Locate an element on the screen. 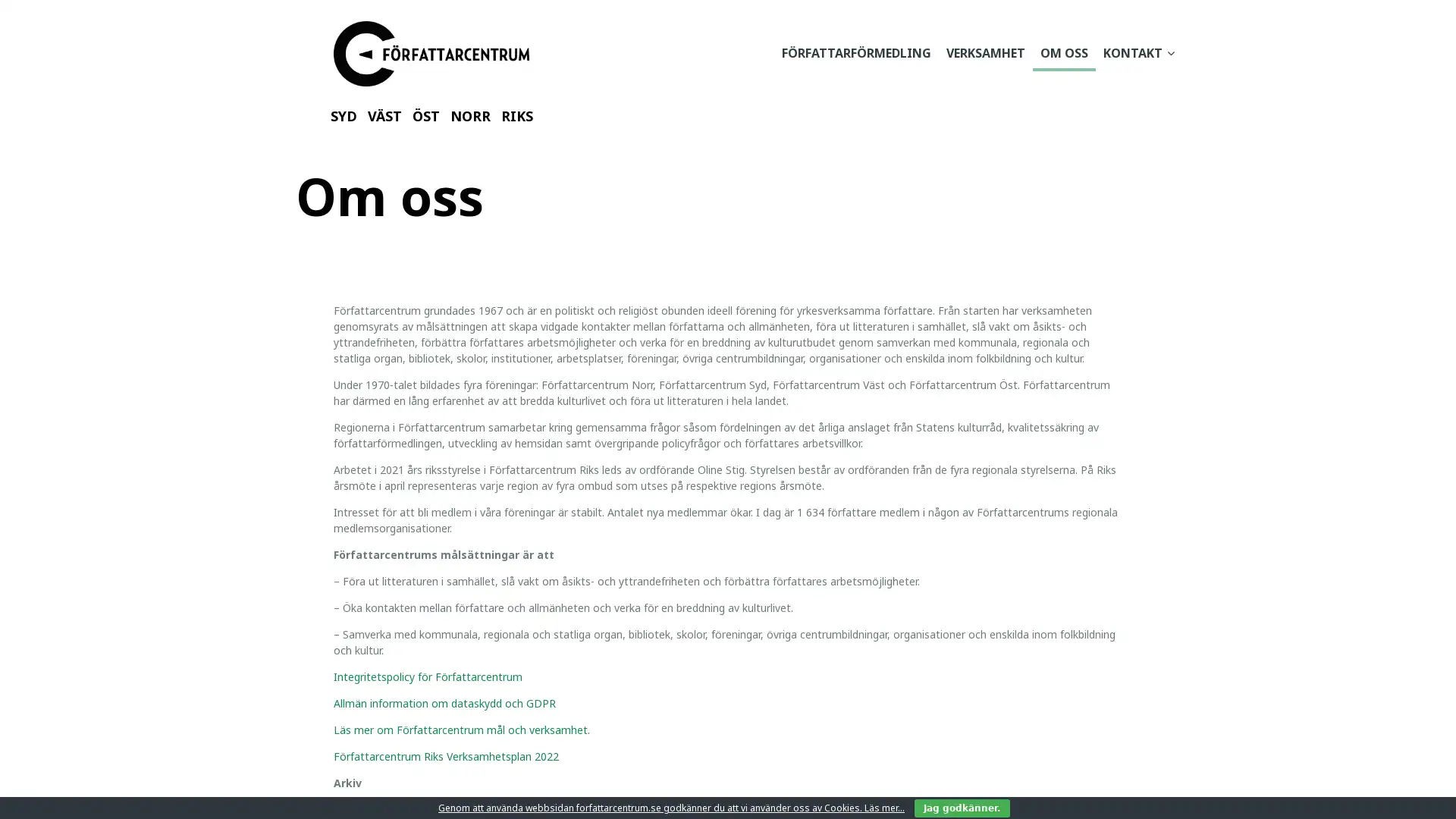 This screenshot has width=1456, height=819. Jag godkanner. is located at coordinates (961, 807).